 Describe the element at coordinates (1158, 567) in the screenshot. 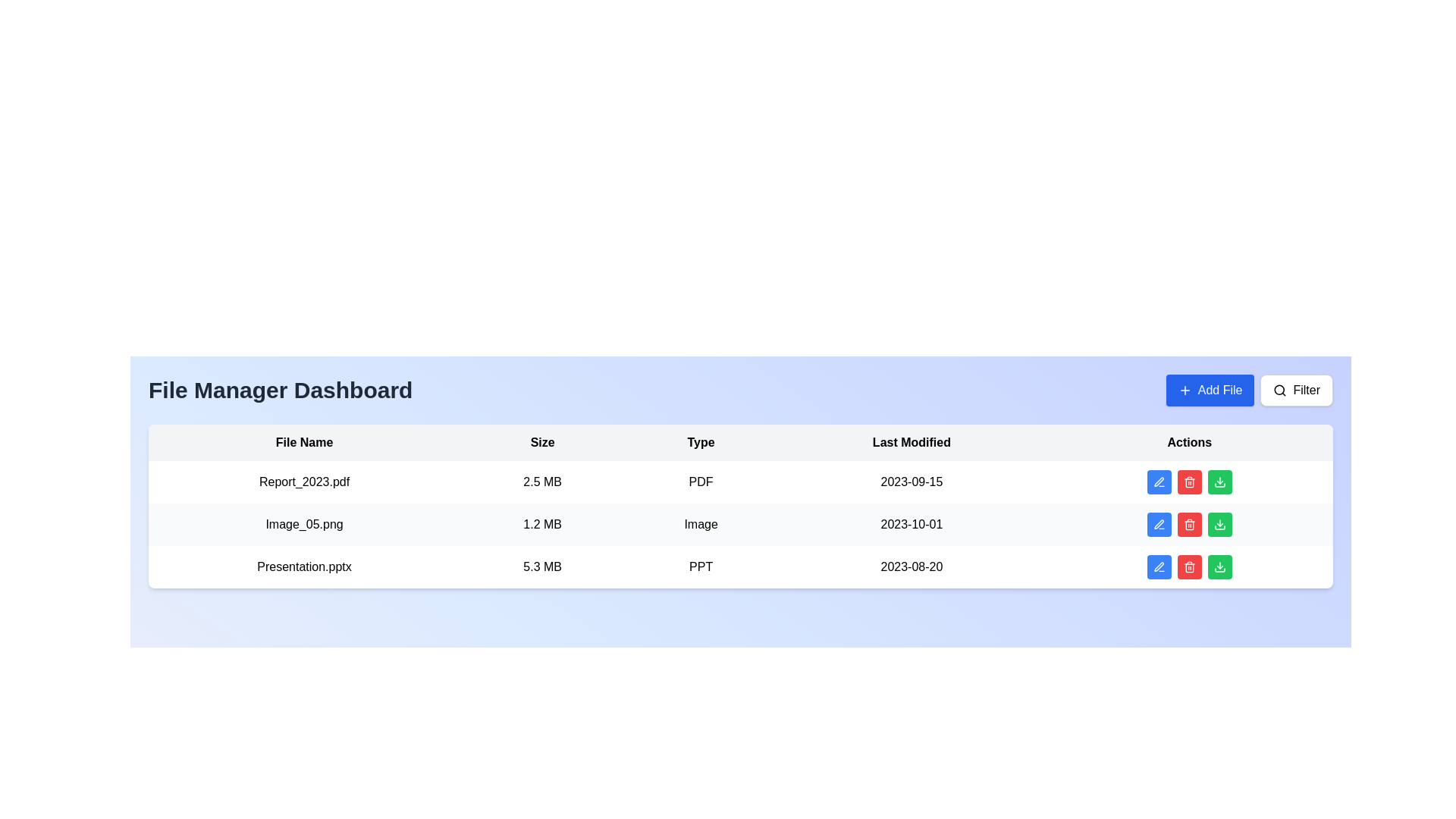

I see `the blue button with a rounded corner and a white pen icon located in the 'Actions' column of the last row of the table` at that location.